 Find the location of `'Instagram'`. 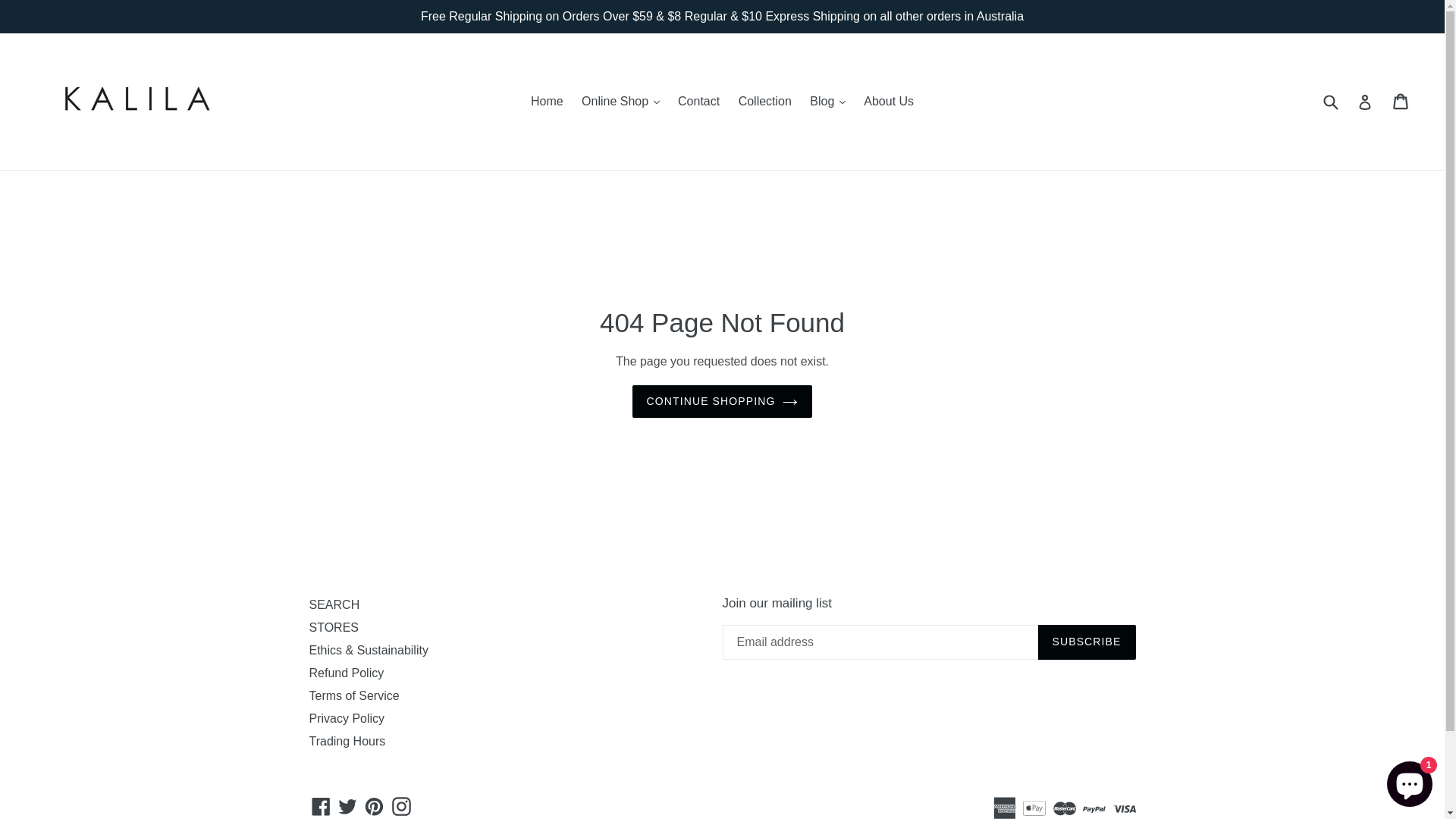

'Instagram' is located at coordinates (401, 805).